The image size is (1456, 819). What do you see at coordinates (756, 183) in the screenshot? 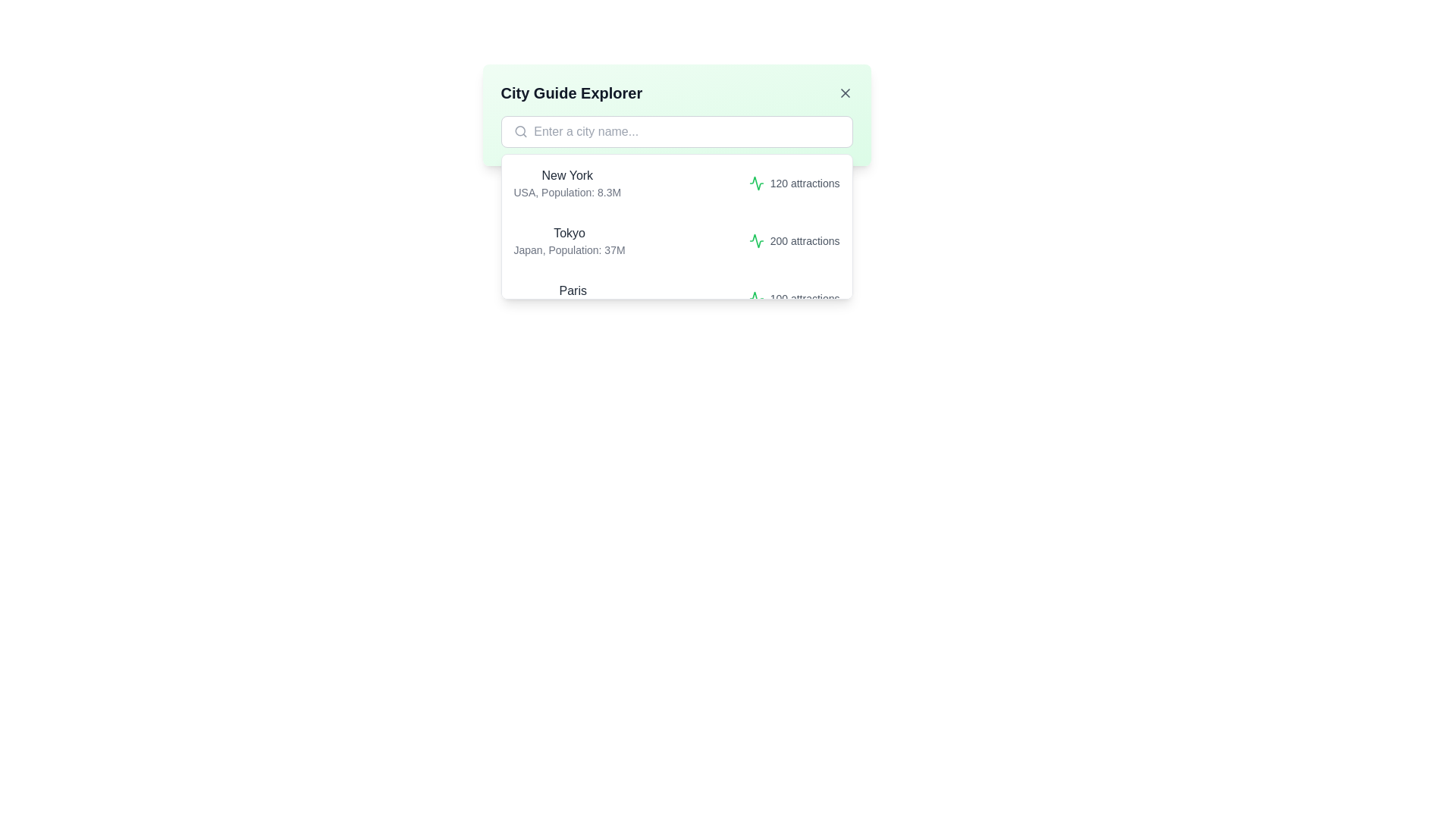
I see `the small green heartbeat curve icon located to the left of the text '120 attractions' in the New York city entry list` at bounding box center [756, 183].